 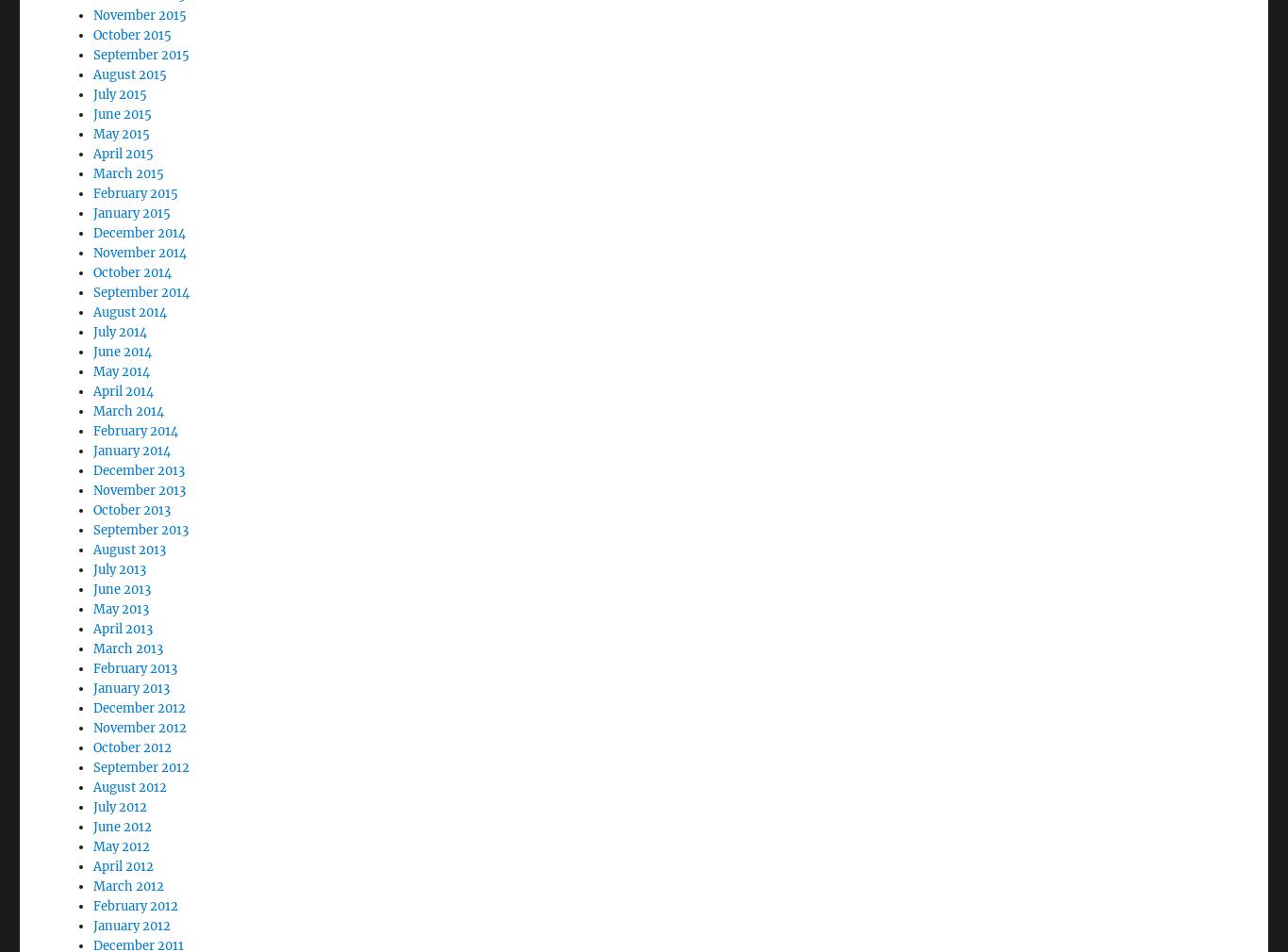 I want to click on 'January 2015', so click(x=131, y=160).